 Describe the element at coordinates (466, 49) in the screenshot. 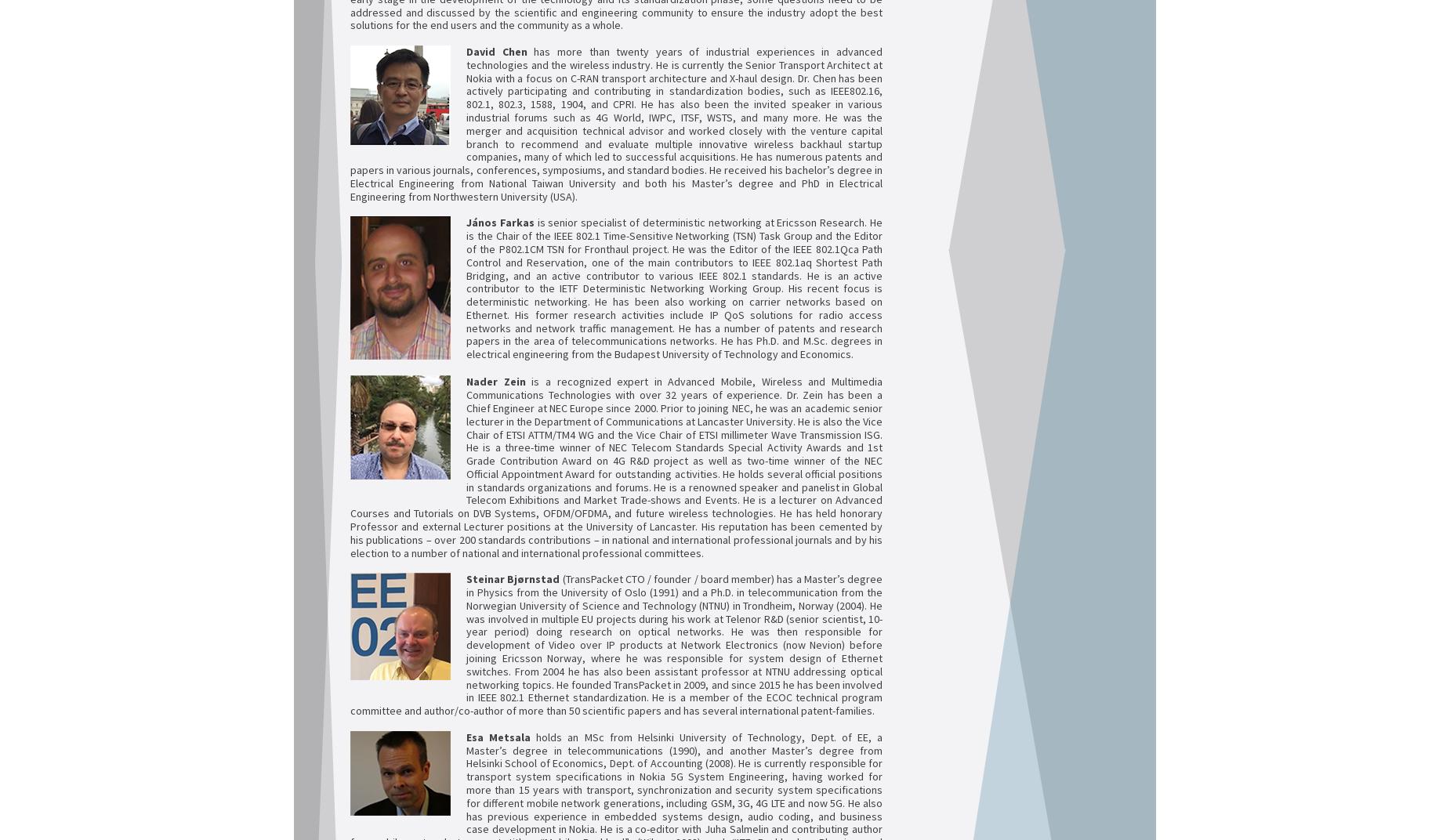

I see `'David Chen'` at that location.